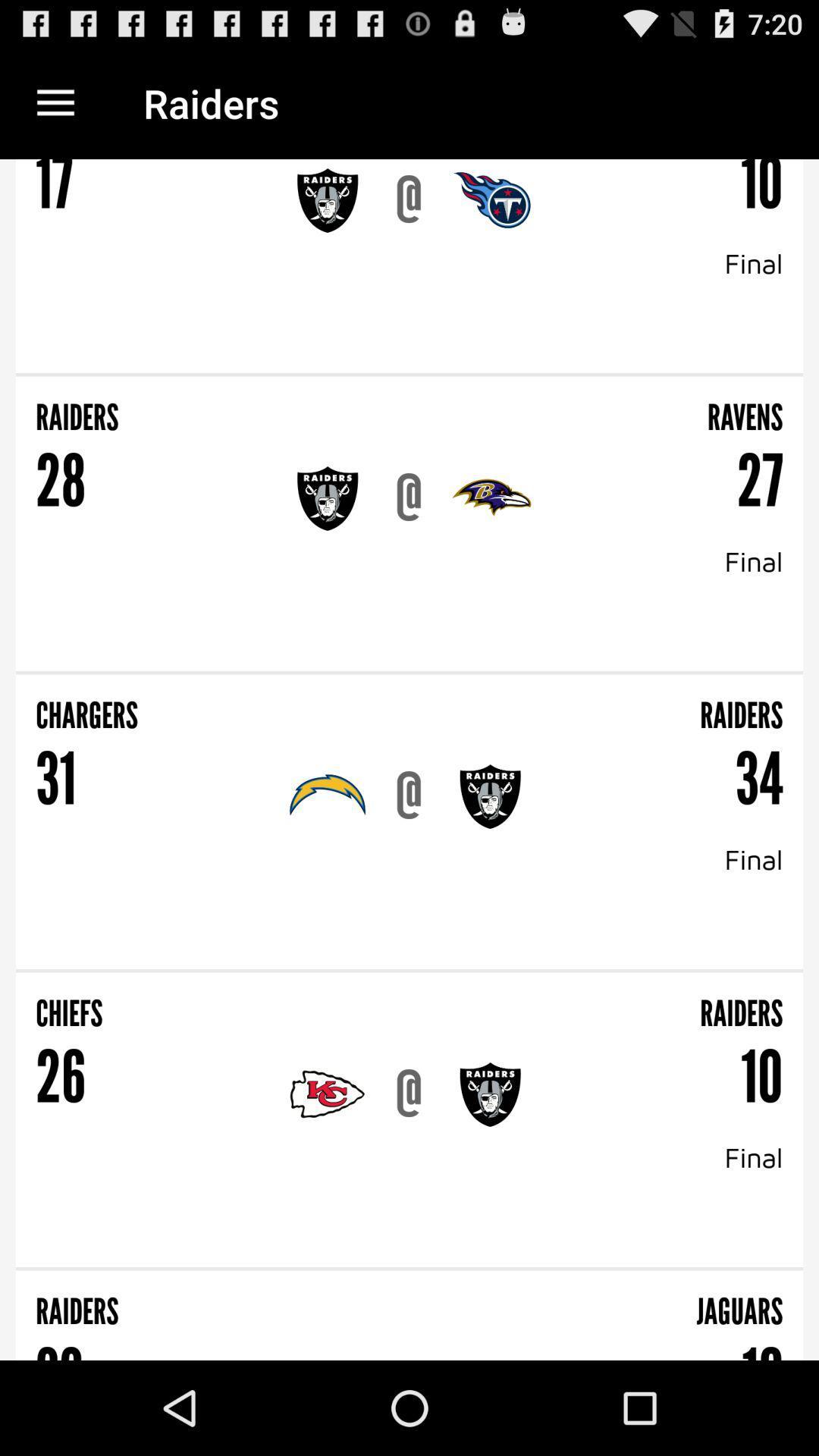 The height and width of the screenshot is (1456, 819). I want to click on item below the raiders, so click(408, 1357).